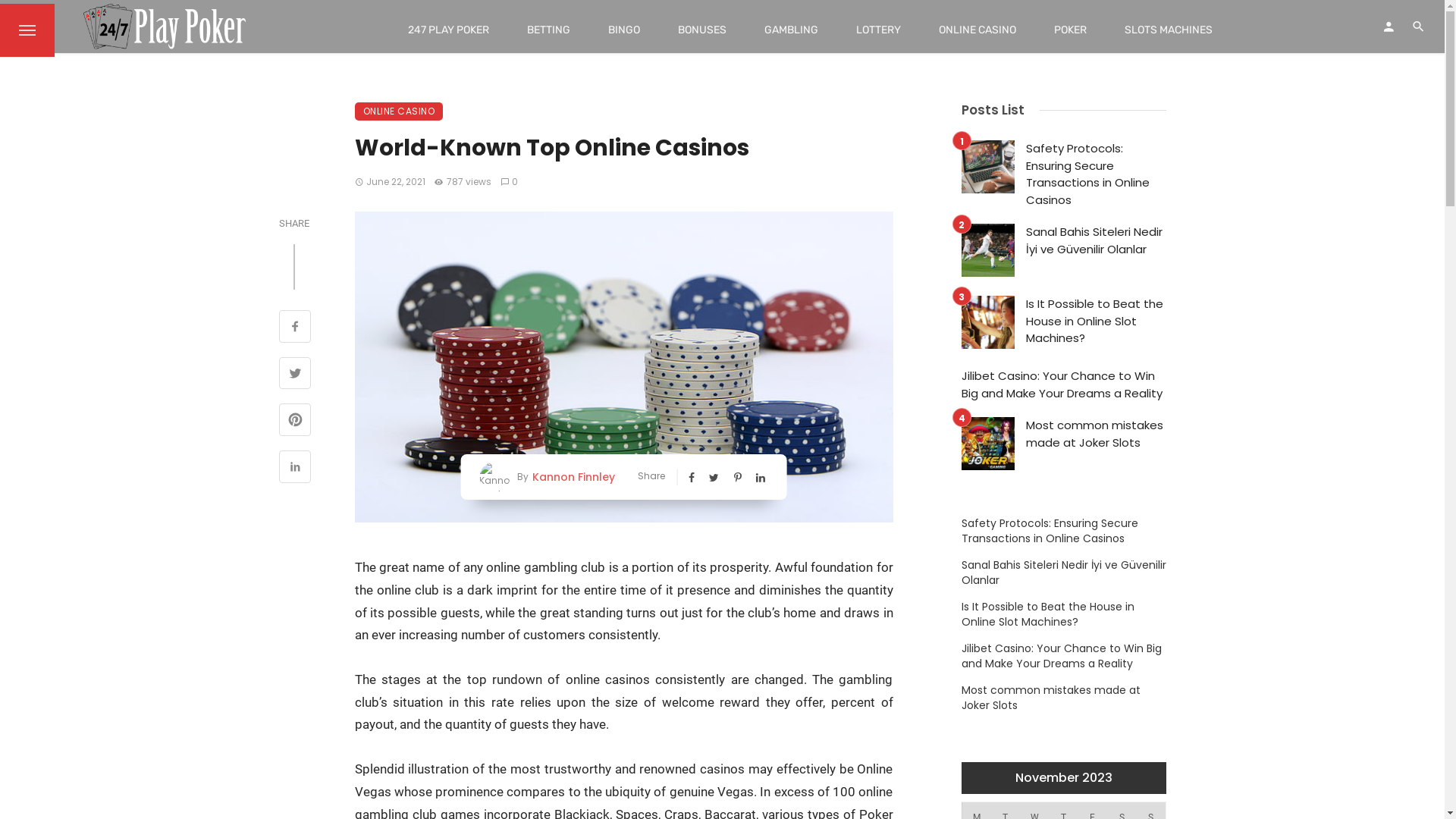 This screenshot has height=819, width=1456. What do you see at coordinates (919, 30) in the screenshot?
I see `'ONLINE CASINO'` at bounding box center [919, 30].